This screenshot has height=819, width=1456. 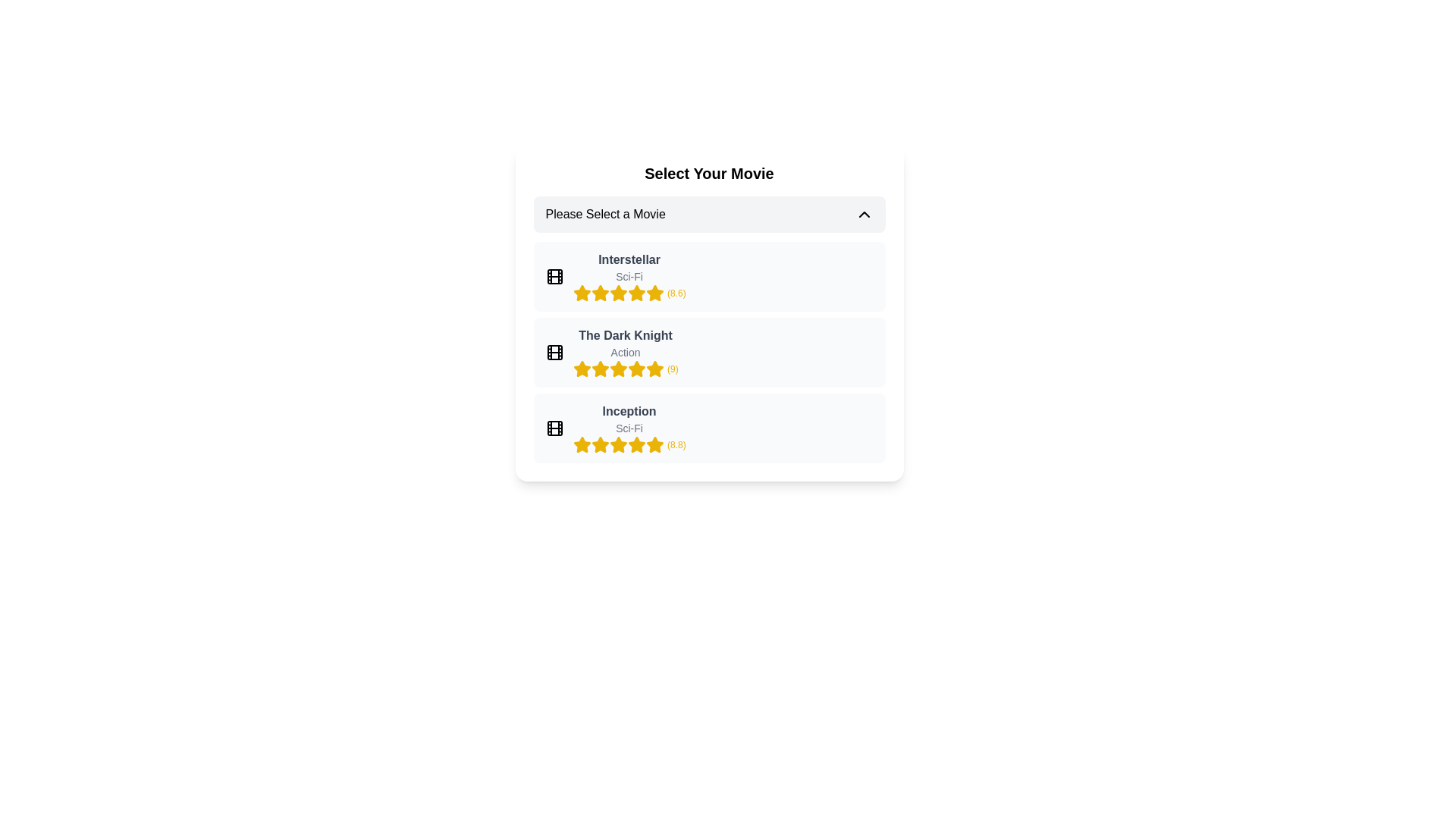 I want to click on the fifth star icon in the movie rating section, which indicates a rating of '8.8' for the movie 'Inception', so click(x=599, y=444).